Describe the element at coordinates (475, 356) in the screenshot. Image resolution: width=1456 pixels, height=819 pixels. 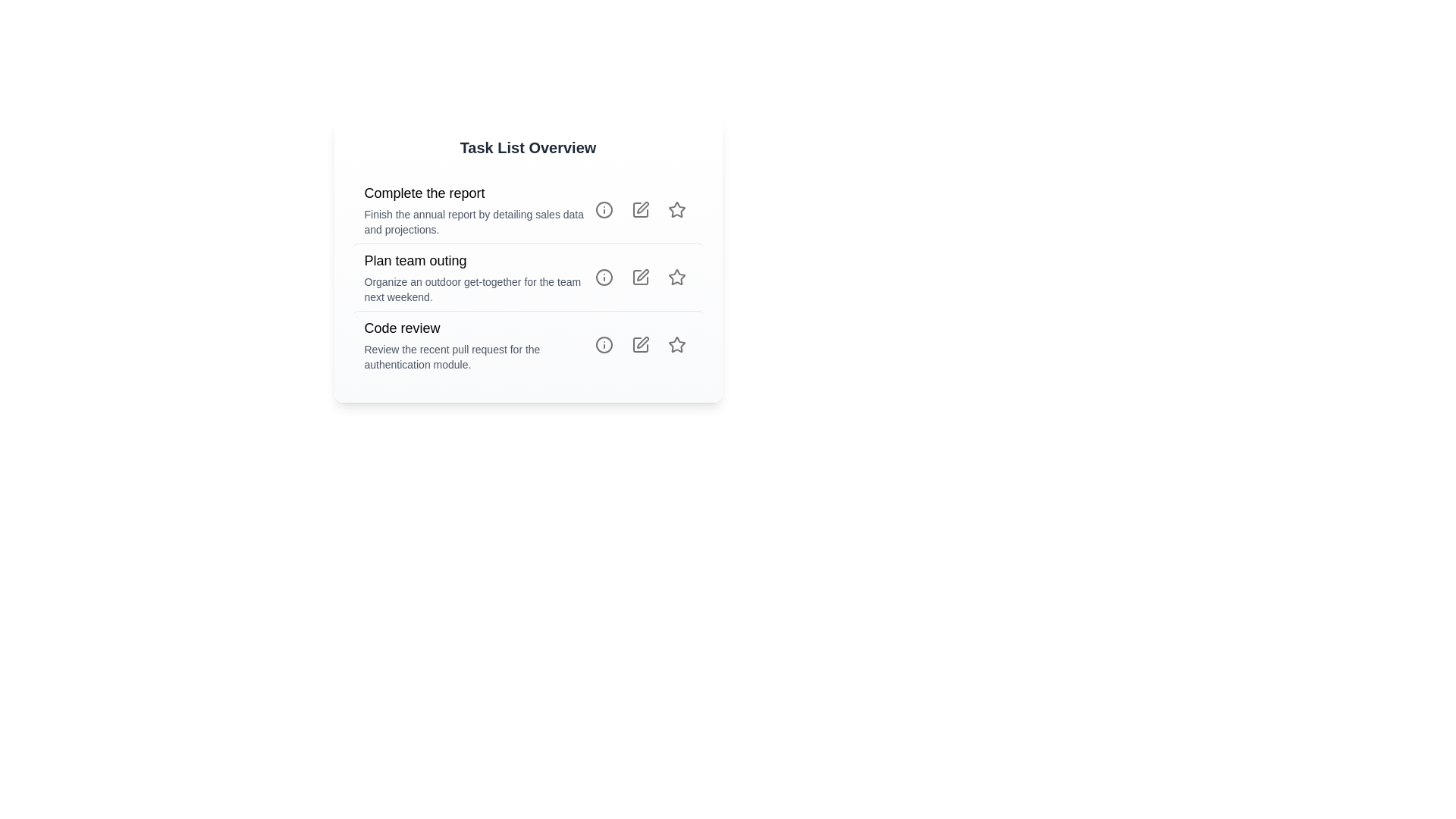
I see `the static text element that provides additional details about the 'Code review' task, located below the 'Code review' title in the task list` at that location.